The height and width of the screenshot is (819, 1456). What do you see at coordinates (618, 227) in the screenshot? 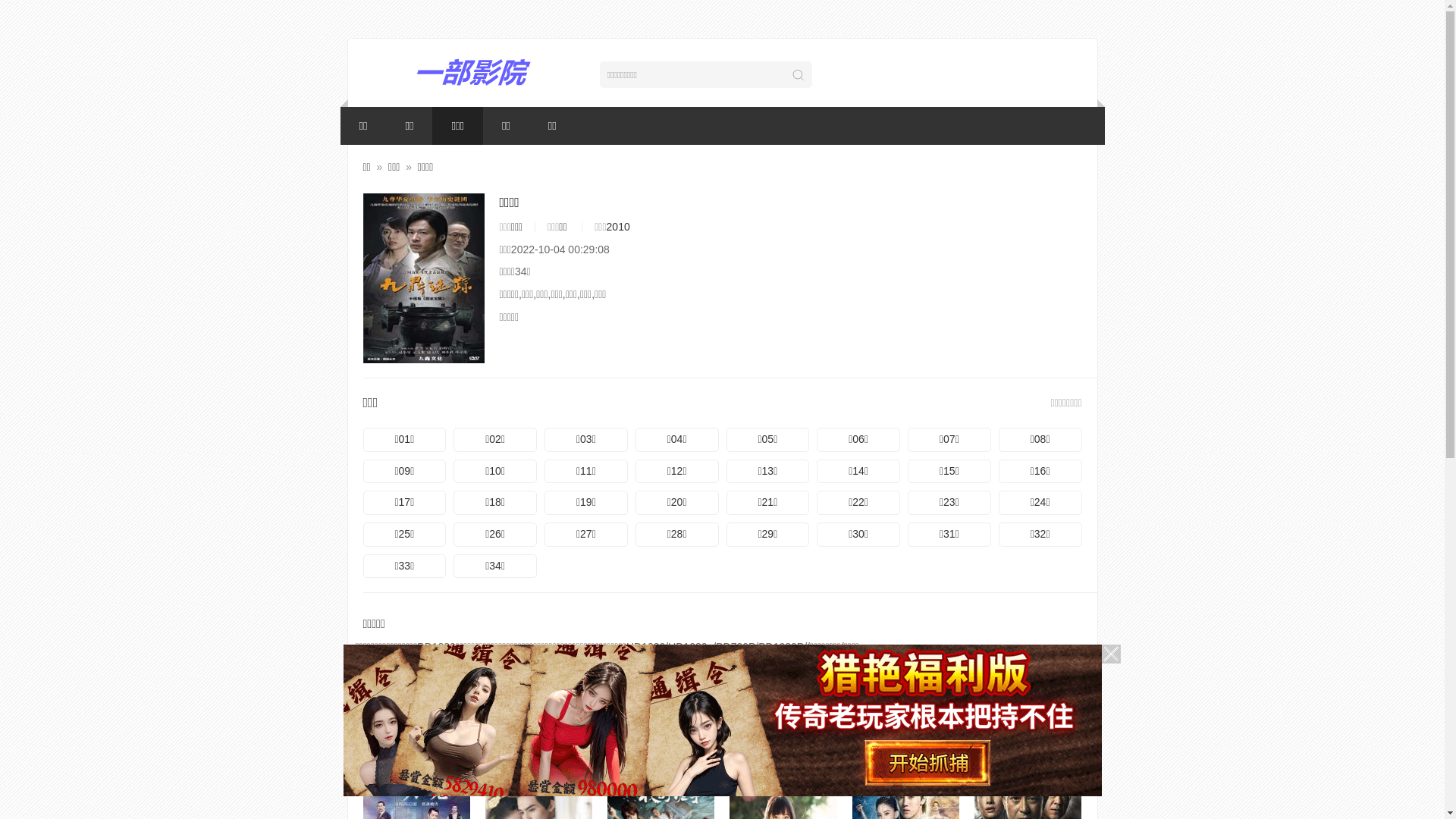
I see `'2010'` at bounding box center [618, 227].